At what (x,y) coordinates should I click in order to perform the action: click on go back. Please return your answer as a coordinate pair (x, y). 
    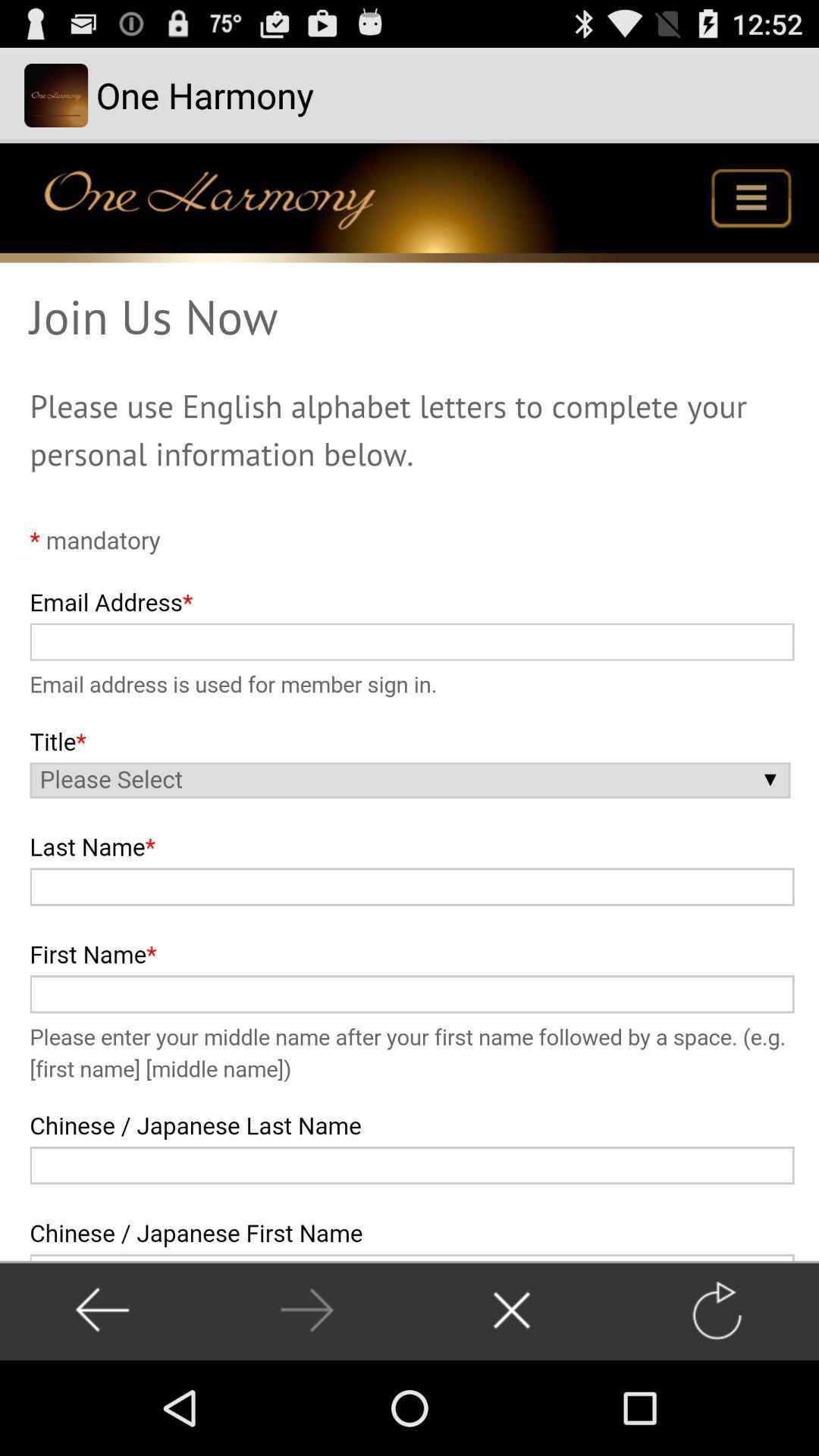
    Looking at the image, I should click on (102, 1310).